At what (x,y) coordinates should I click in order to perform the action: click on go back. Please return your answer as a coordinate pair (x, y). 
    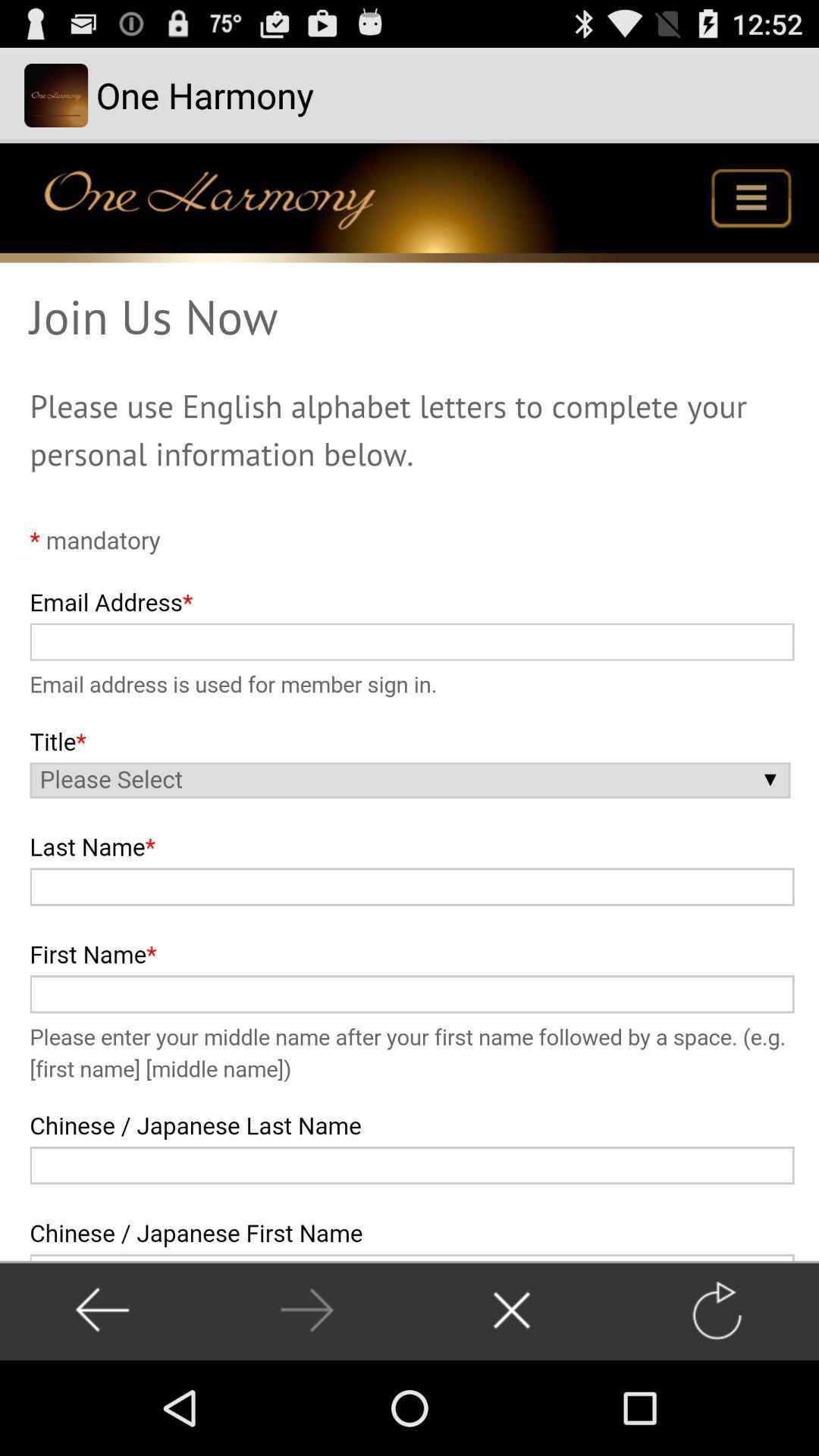
    Looking at the image, I should click on (102, 1310).